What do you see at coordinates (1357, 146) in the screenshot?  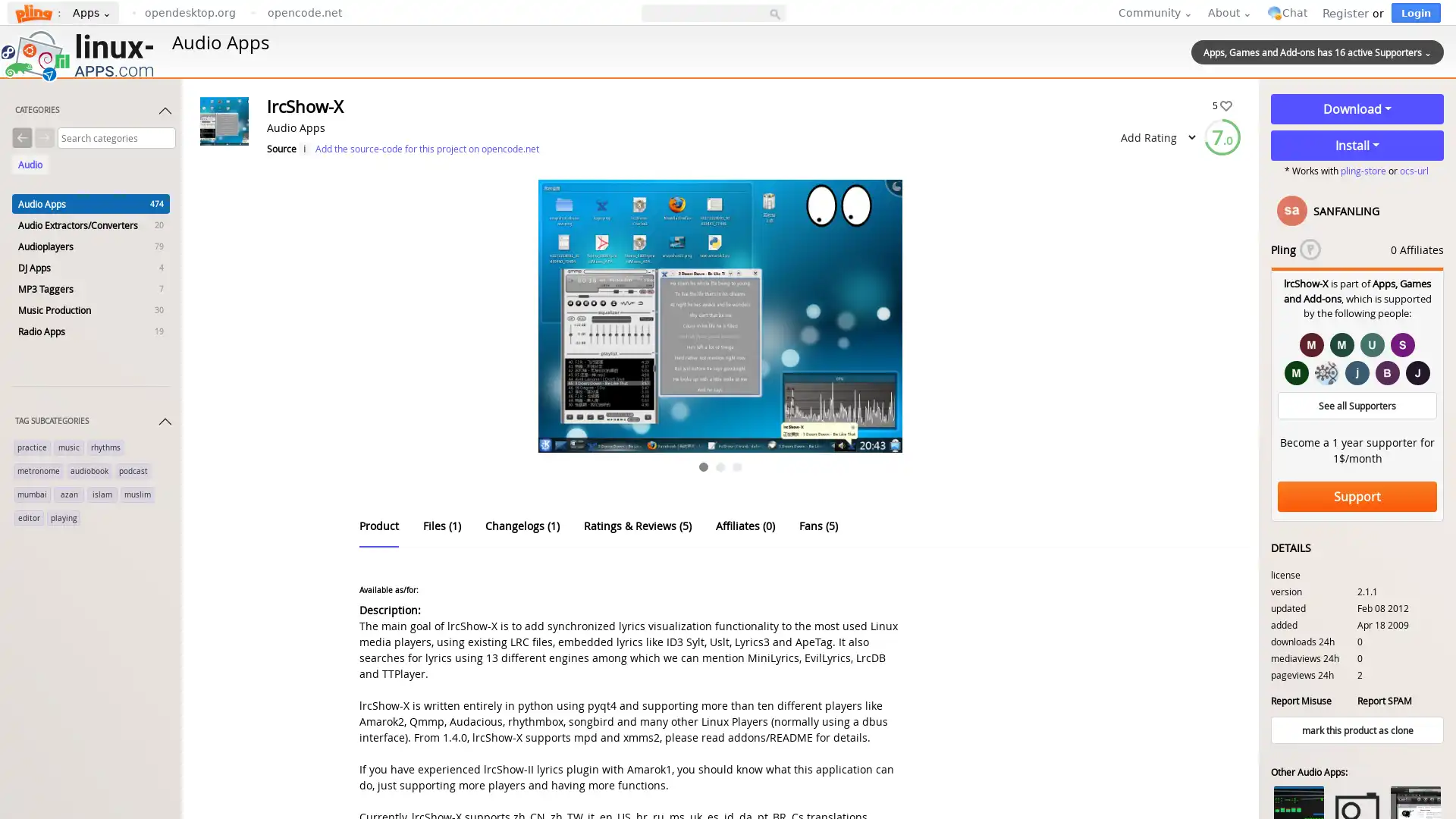 I see `Install` at bounding box center [1357, 146].